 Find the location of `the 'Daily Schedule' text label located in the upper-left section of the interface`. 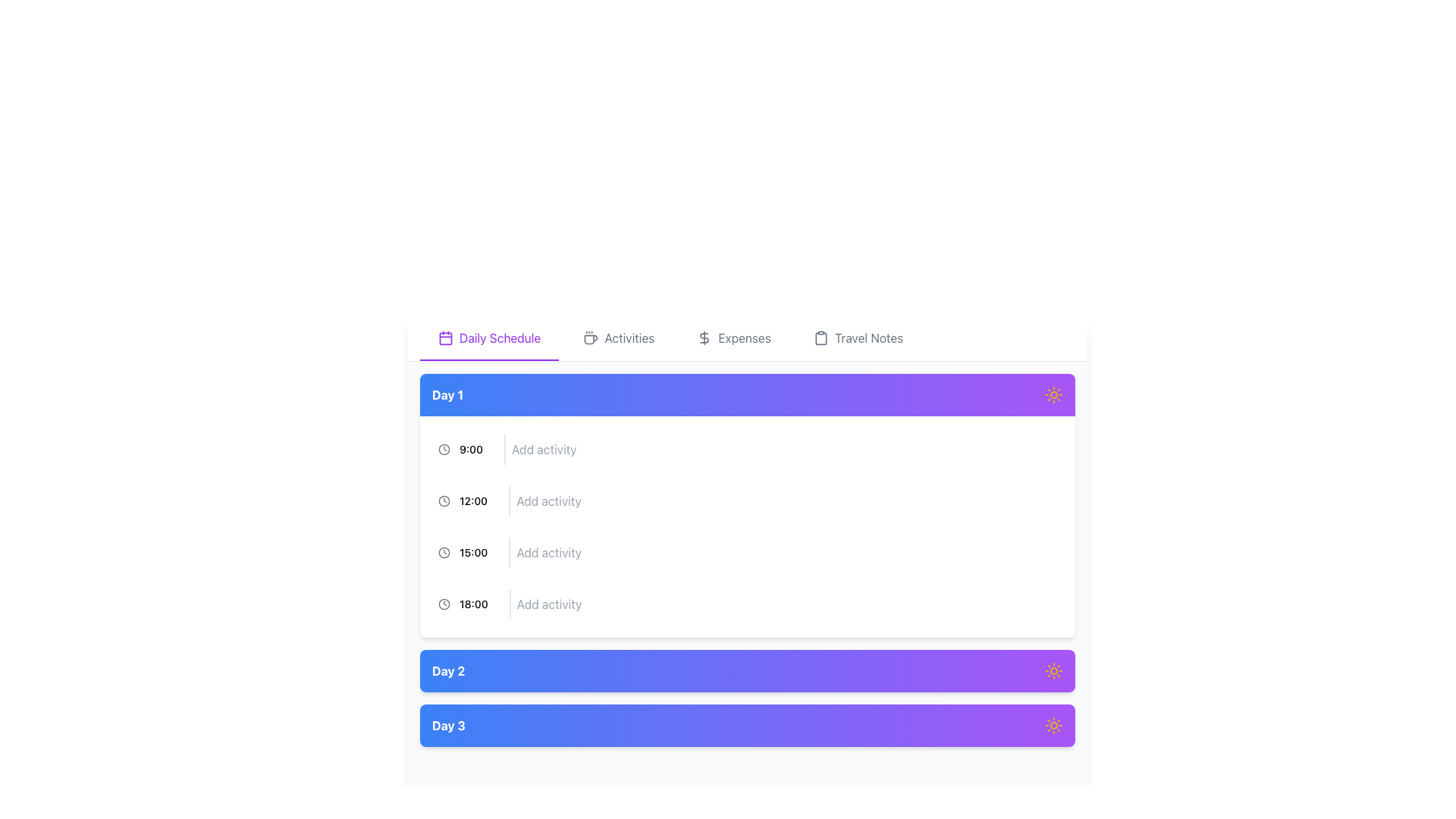

the 'Daily Schedule' text label located in the upper-left section of the interface is located at coordinates (500, 337).